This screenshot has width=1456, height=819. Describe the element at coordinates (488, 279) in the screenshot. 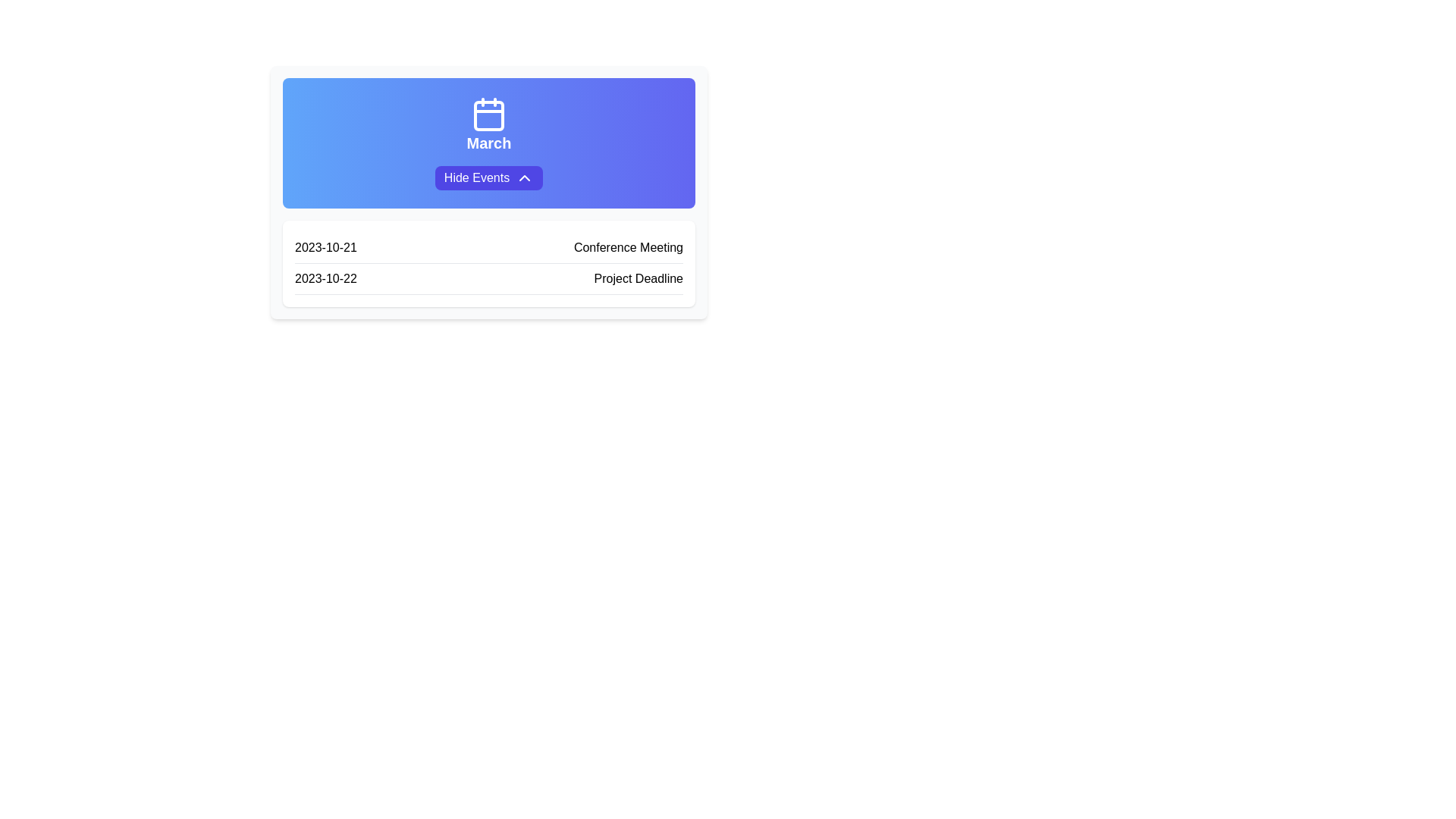

I see `the event list entry titled 'Project Deadline' on the date '2023-10-22' to navigate through surrounding elements` at that location.